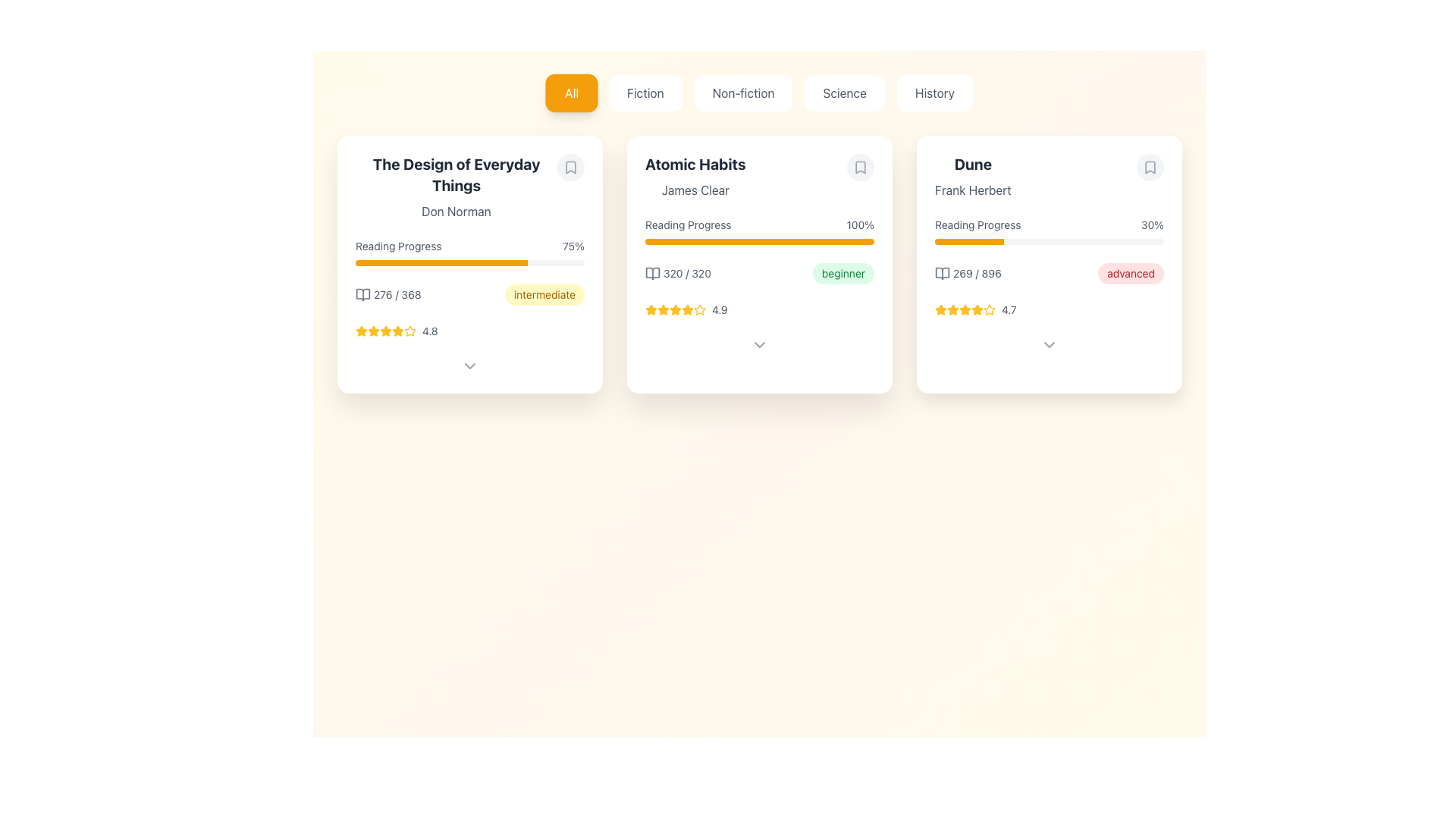  Describe the element at coordinates (663, 309) in the screenshot. I see `the yellow star icon which is the first in a row of five stars, part of the rating system for 'Atomic Habits' card, located near the rating text '4.9'` at that location.